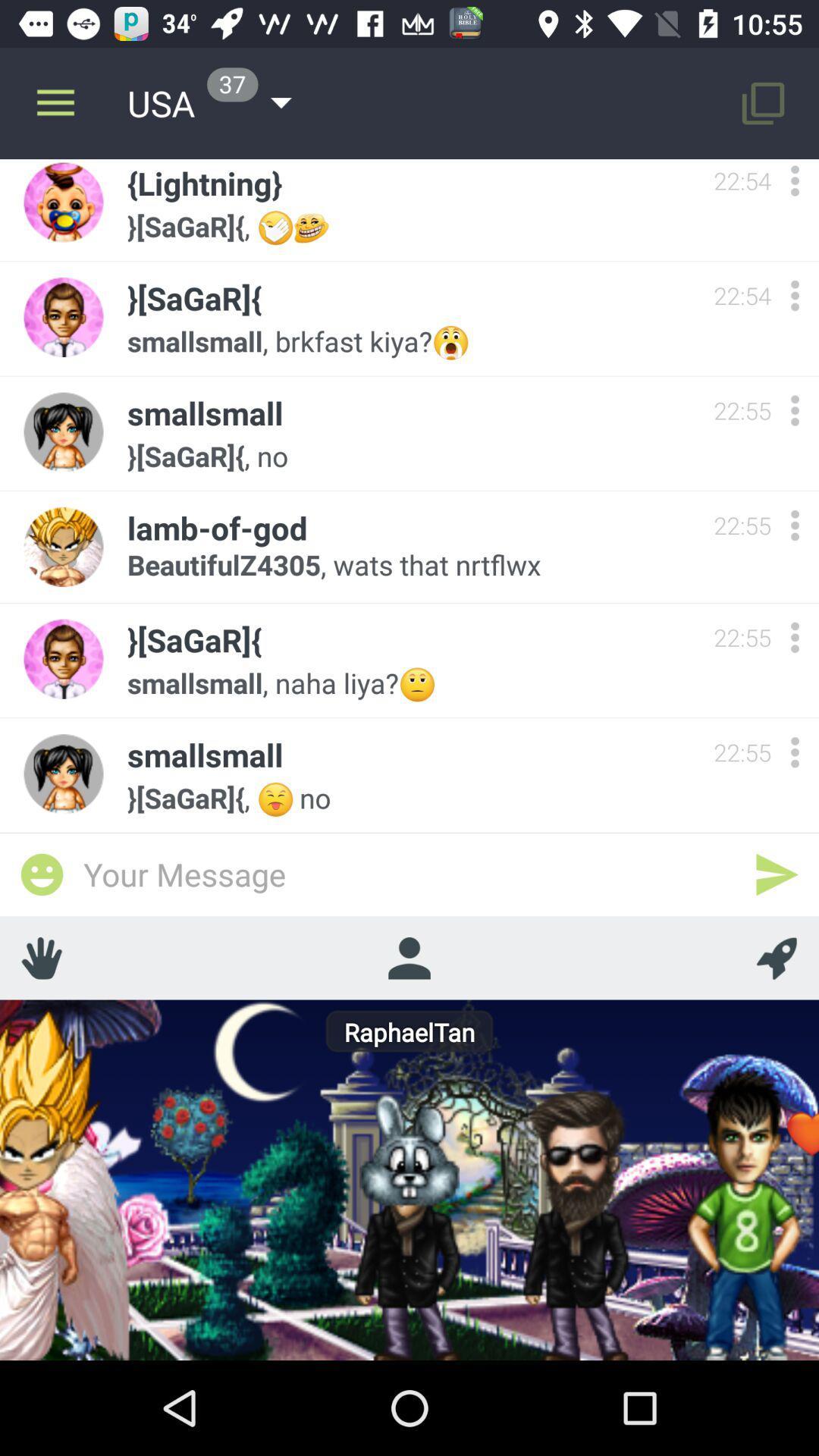  Describe the element at coordinates (408, 957) in the screenshot. I see `profile` at that location.